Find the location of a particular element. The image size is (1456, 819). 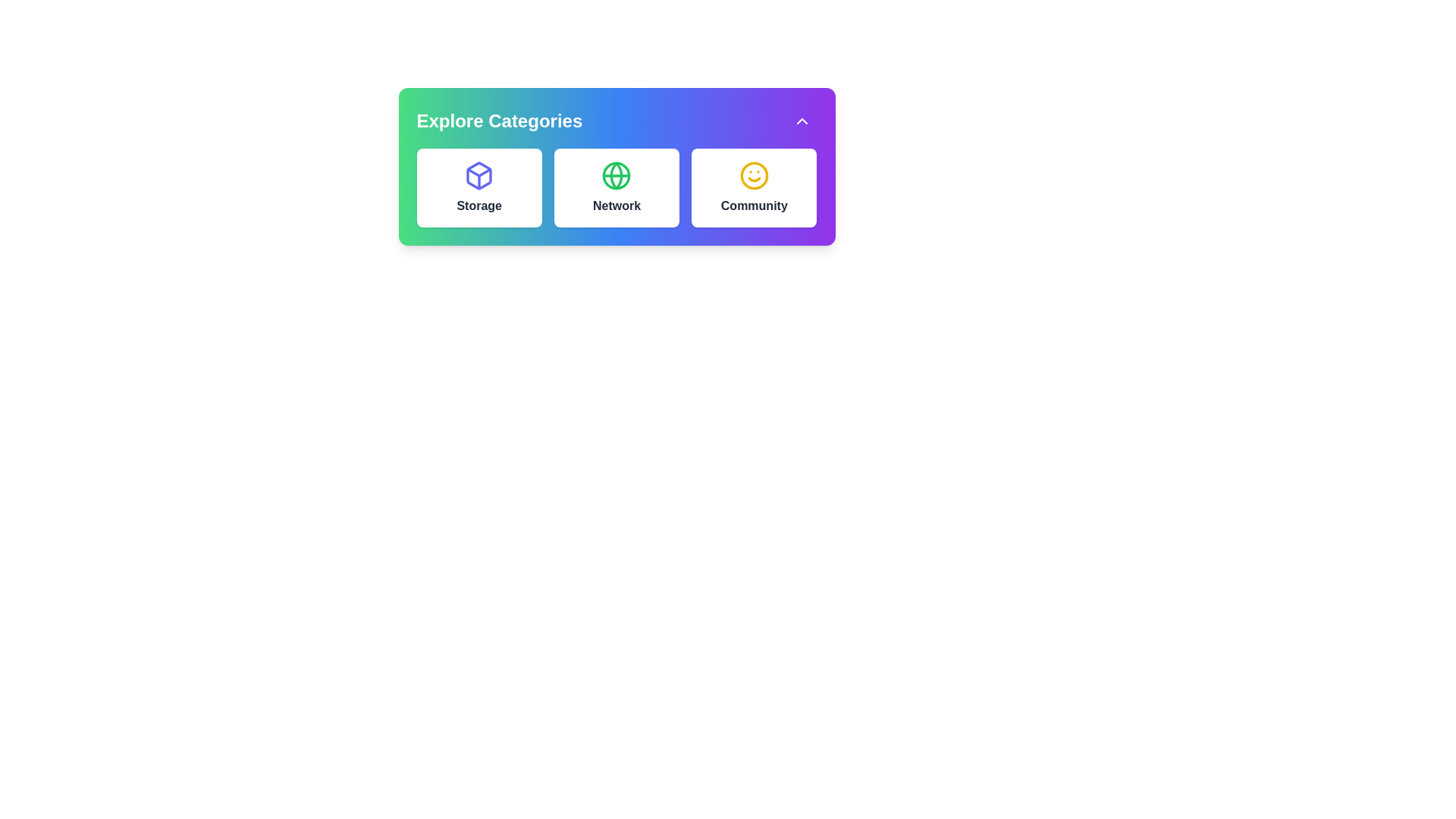

the upward-pointing chevron icon button that changes to white with a gray chevron upon hover, located on the right side of the header section labeled 'Explore Categories' is located at coordinates (801, 120).